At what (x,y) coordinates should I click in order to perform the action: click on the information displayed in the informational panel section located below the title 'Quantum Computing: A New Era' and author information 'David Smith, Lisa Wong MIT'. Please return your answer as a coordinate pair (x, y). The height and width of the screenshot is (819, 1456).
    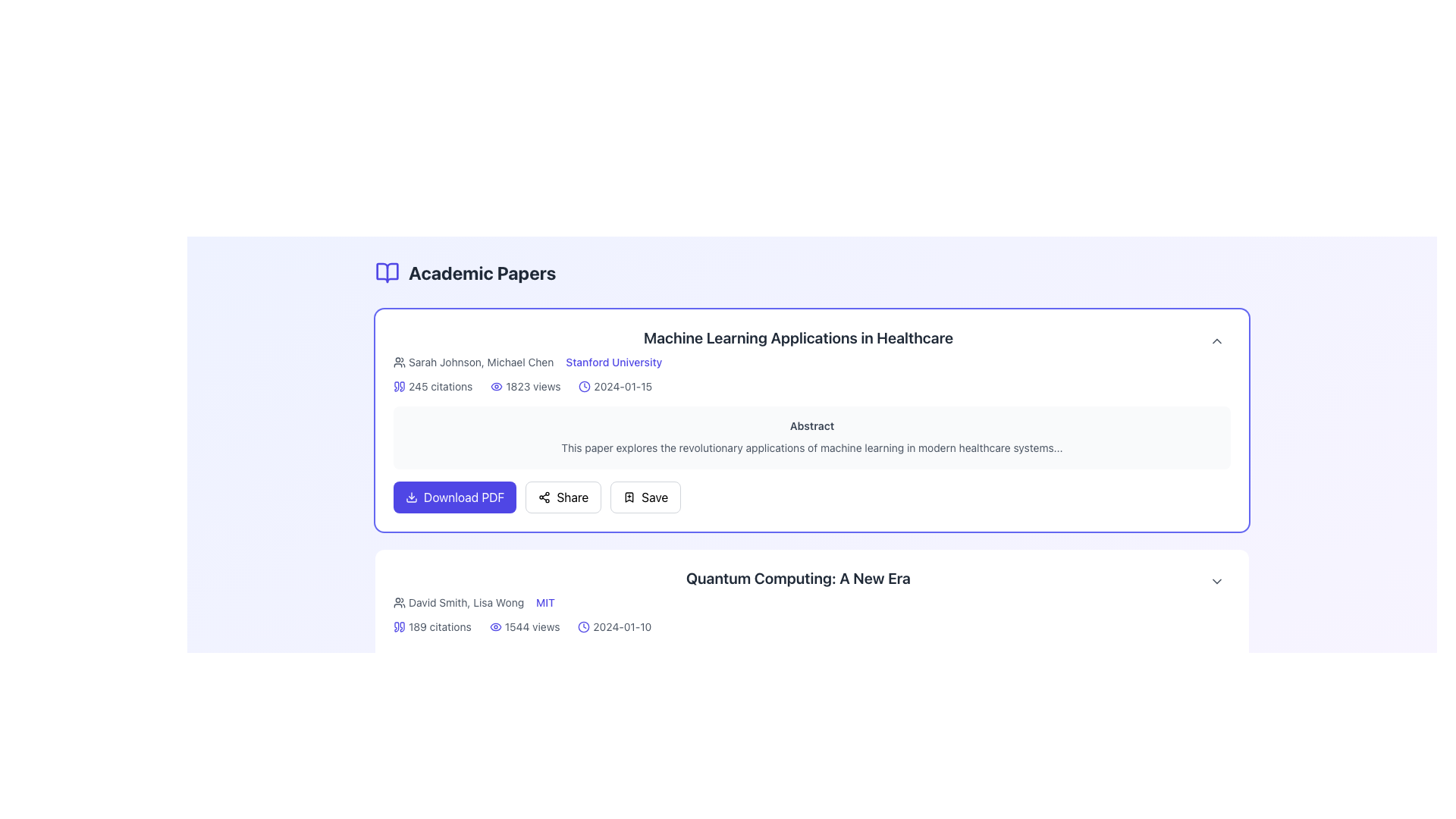
    Looking at the image, I should click on (811, 626).